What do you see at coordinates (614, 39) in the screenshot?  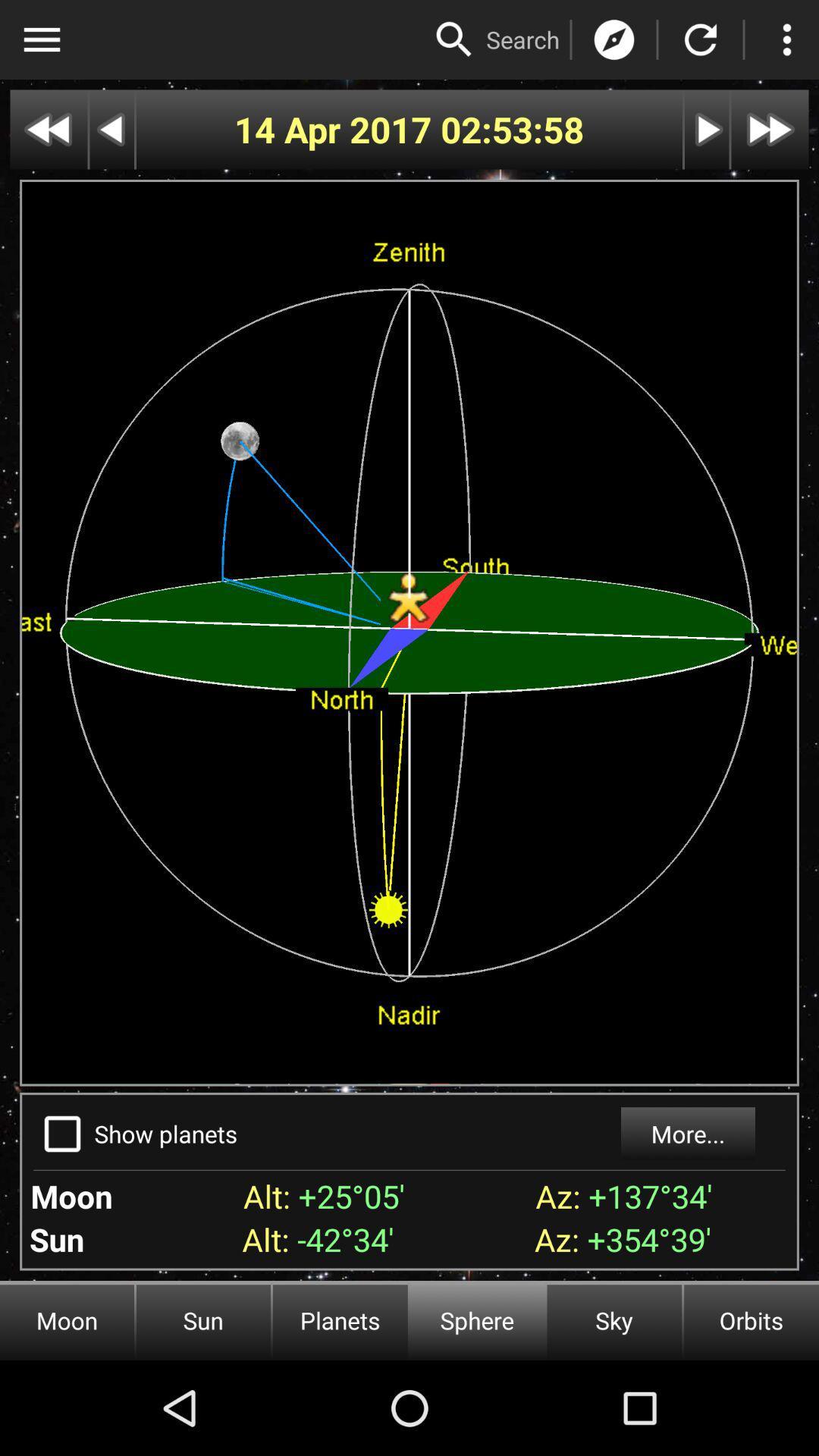 I see `the explore icon` at bounding box center [614, 39].